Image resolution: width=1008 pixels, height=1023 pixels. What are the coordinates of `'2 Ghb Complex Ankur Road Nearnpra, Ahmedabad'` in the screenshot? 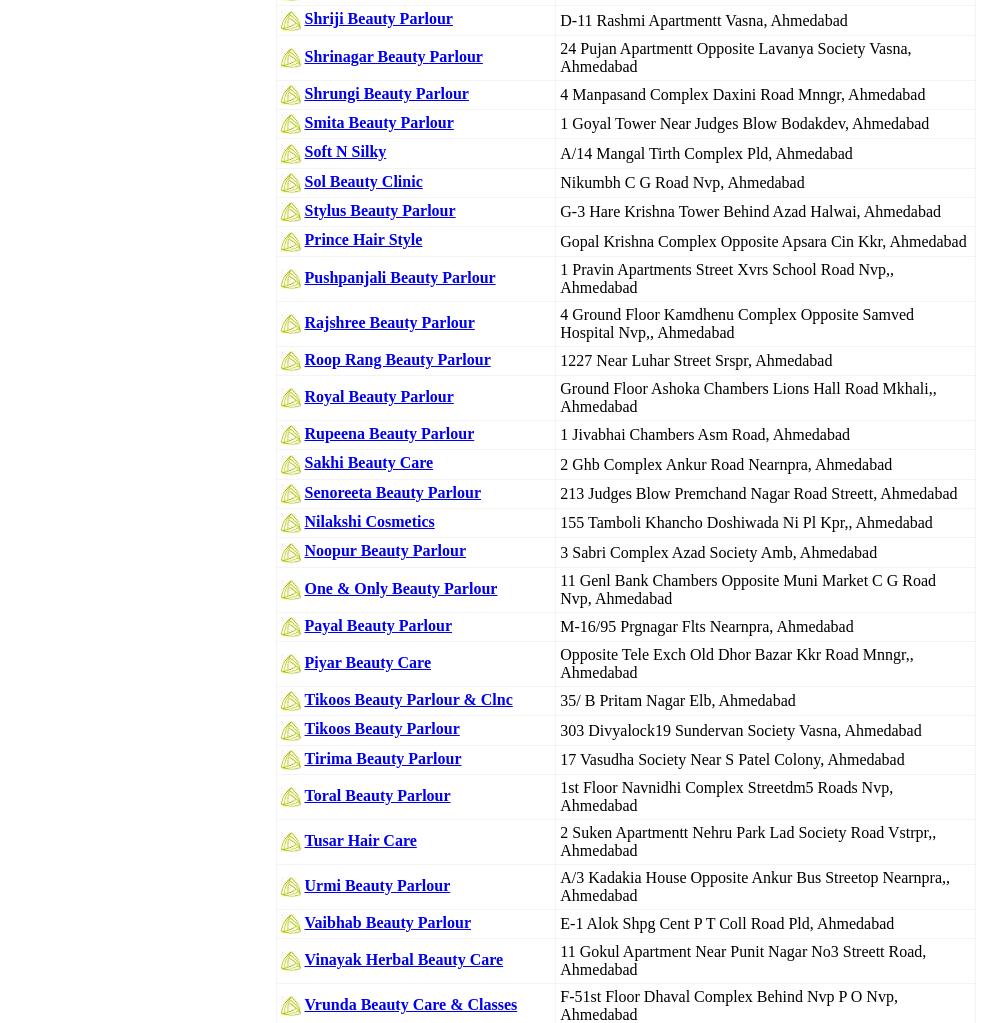 It's located at (560, 462).